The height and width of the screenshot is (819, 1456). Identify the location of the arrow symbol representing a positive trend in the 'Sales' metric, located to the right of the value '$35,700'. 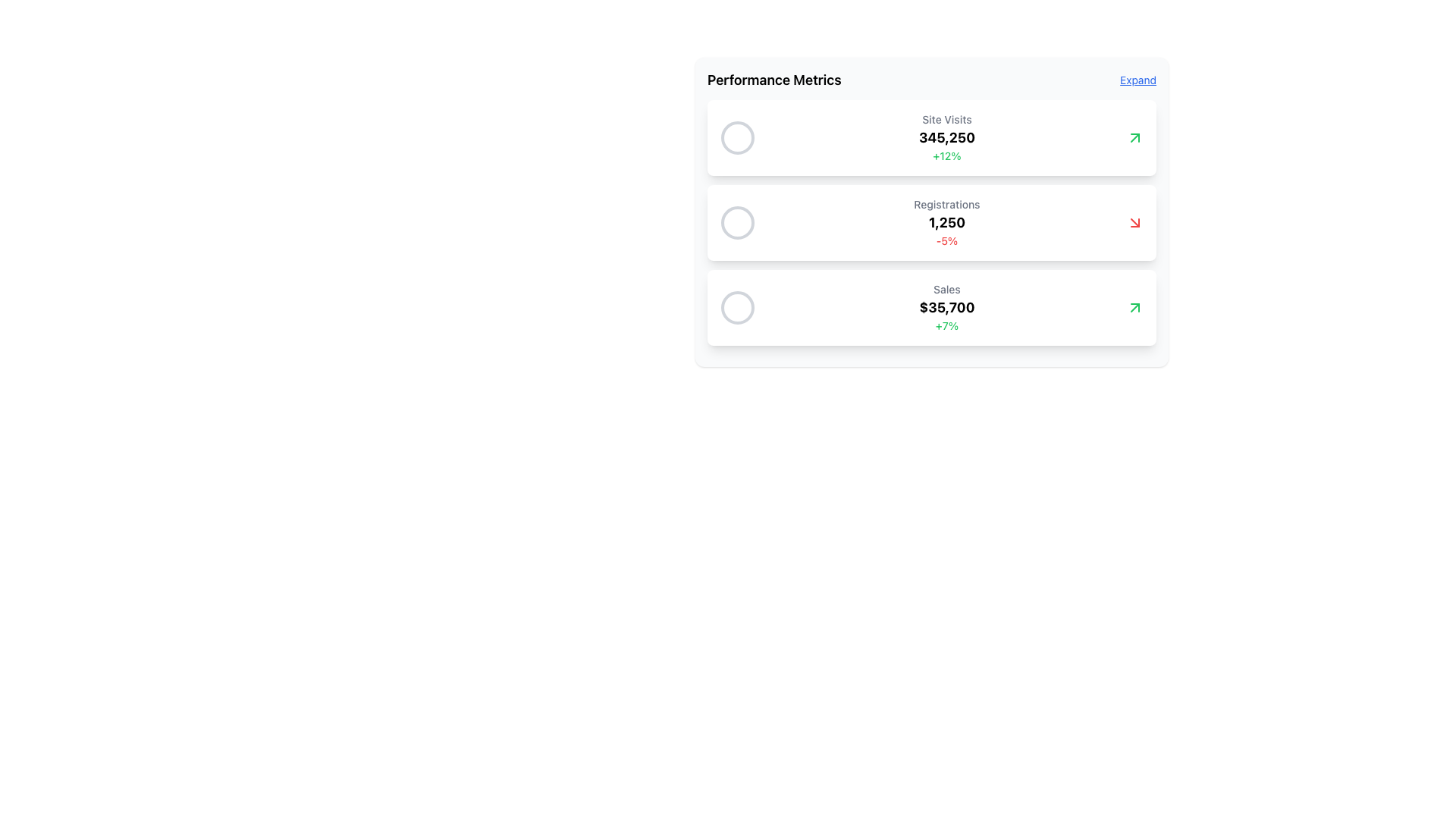
(1135, 137).